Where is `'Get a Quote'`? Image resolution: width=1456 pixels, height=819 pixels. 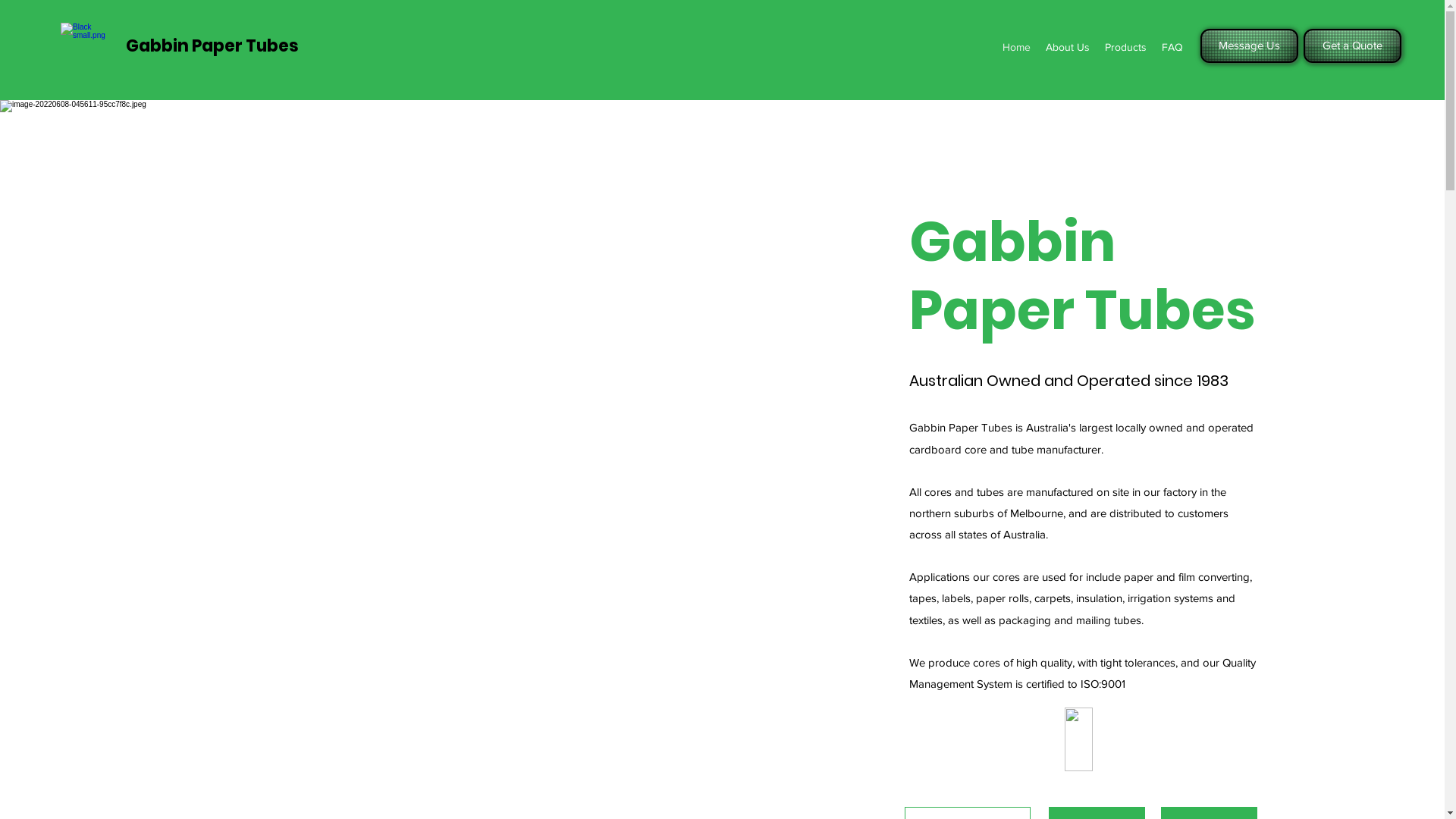
'Get a Quote' is located at coordinates (1302, 45).